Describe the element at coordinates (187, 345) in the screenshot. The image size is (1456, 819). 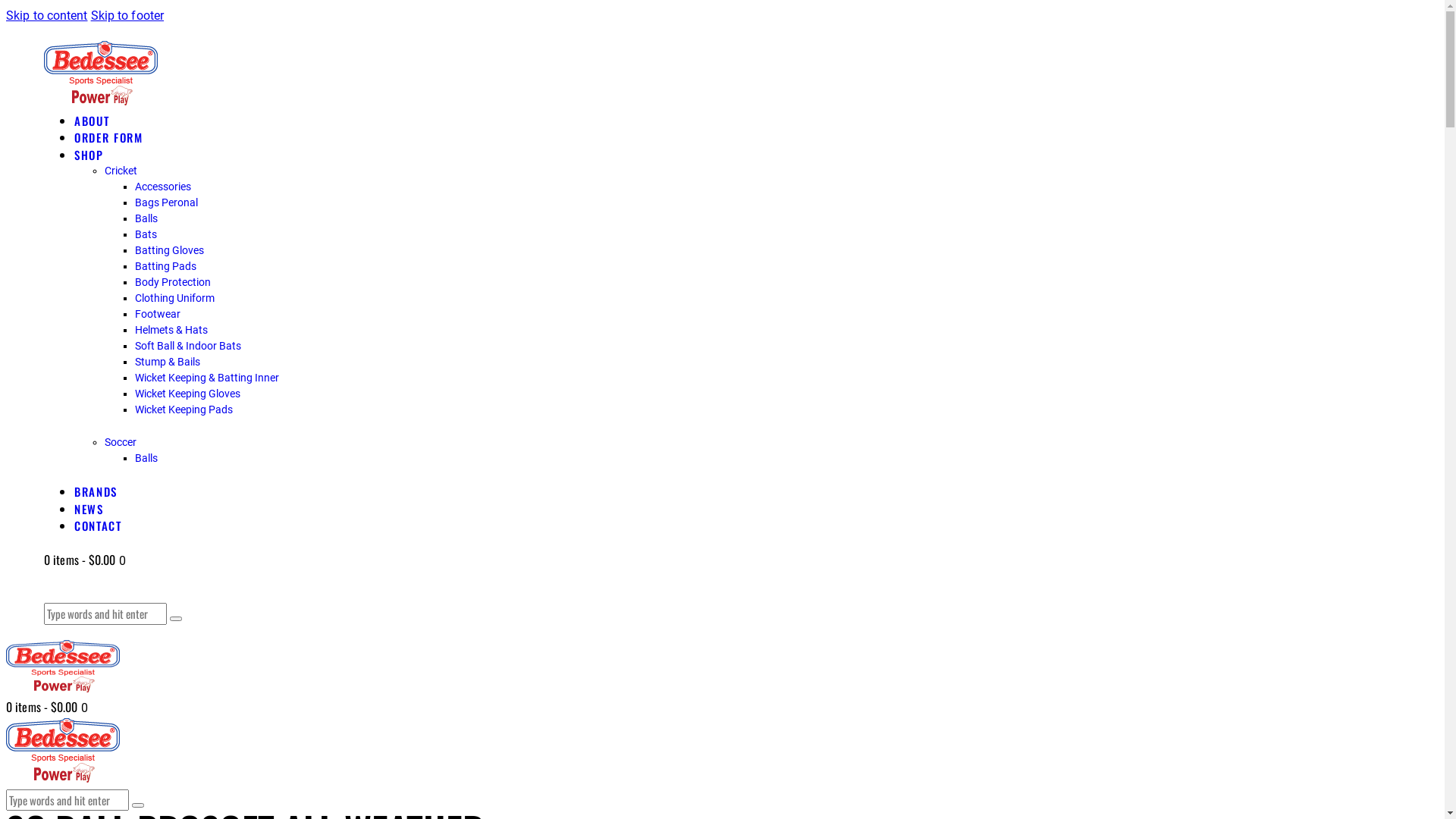
I see `'Soft Ball & Indoor Bats'` at that location.